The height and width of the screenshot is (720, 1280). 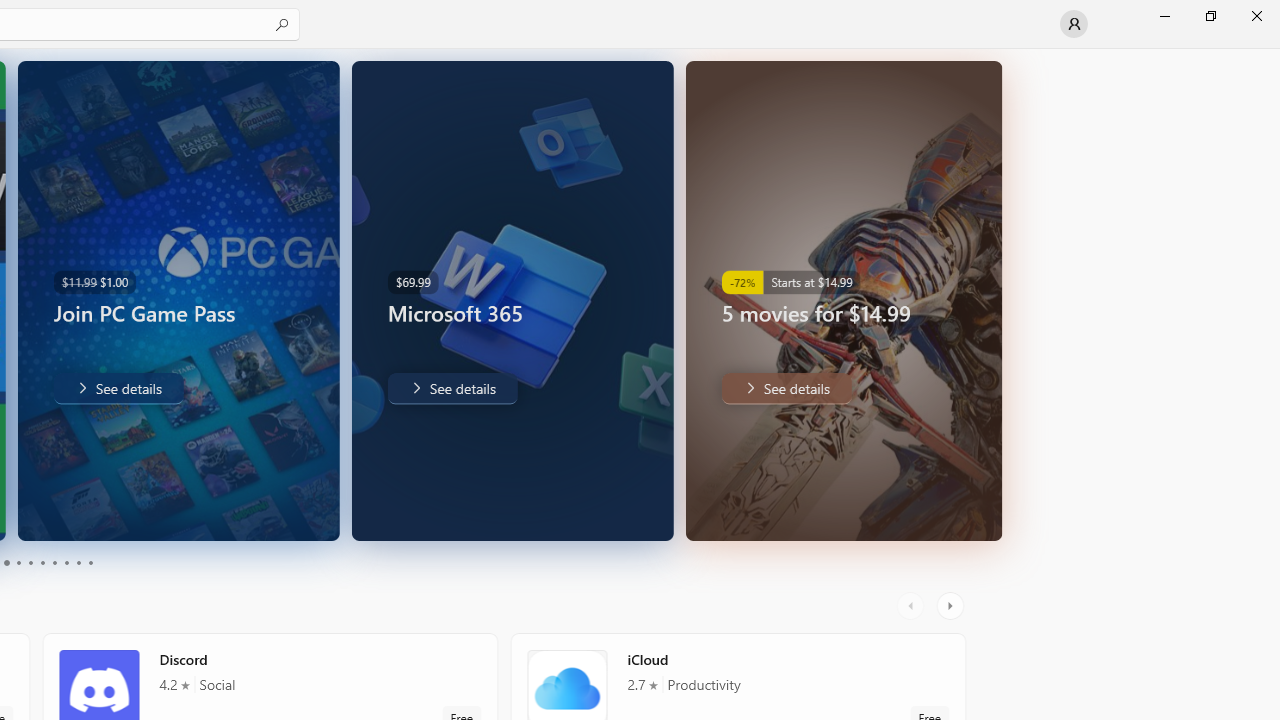 What do you see at coordinates (54, 563) in the screenshot?
I see `'Page 7'` at bounding box center [54, 563].